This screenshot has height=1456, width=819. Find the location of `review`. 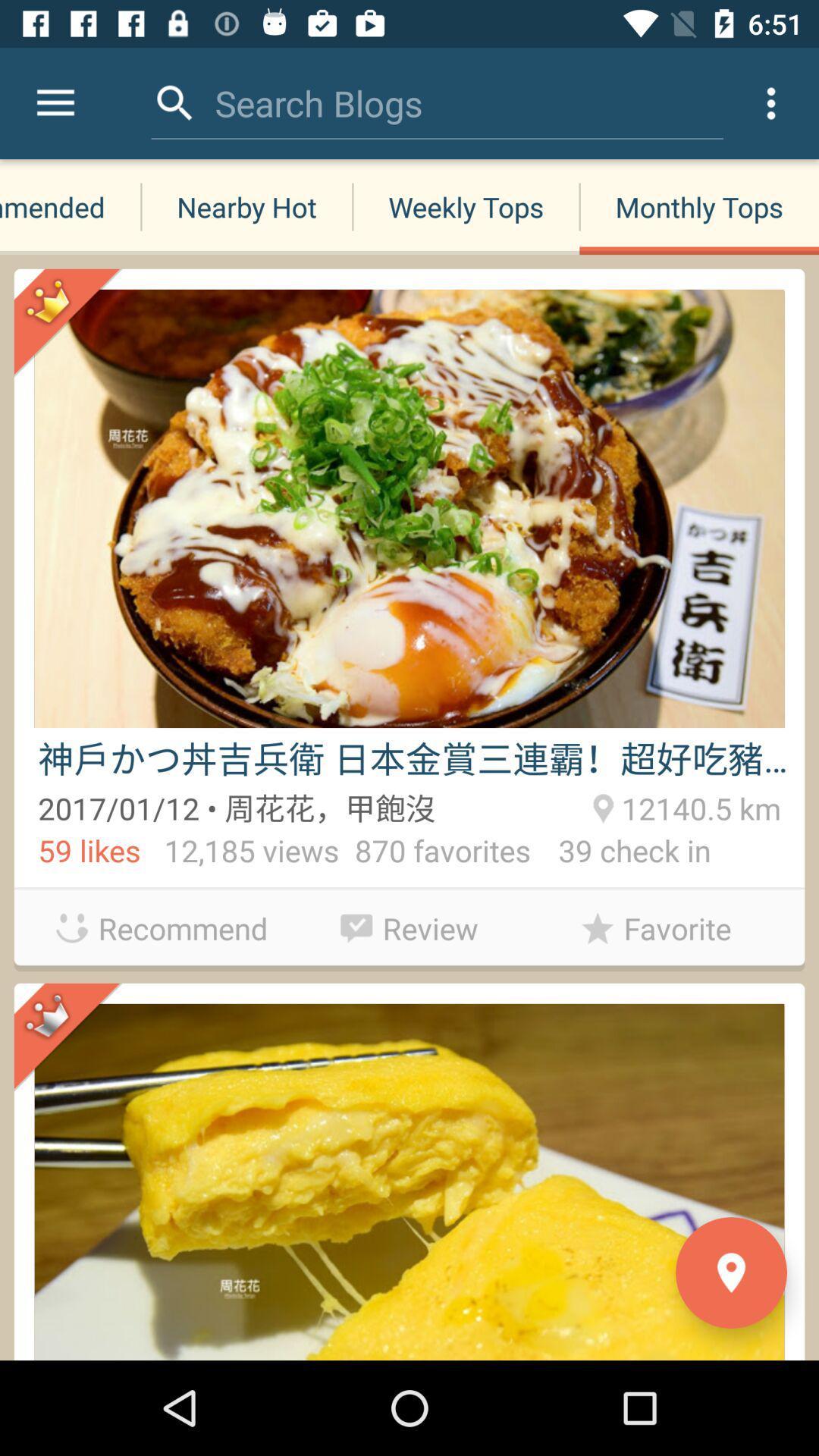

review is located at coordinates (409, 924).